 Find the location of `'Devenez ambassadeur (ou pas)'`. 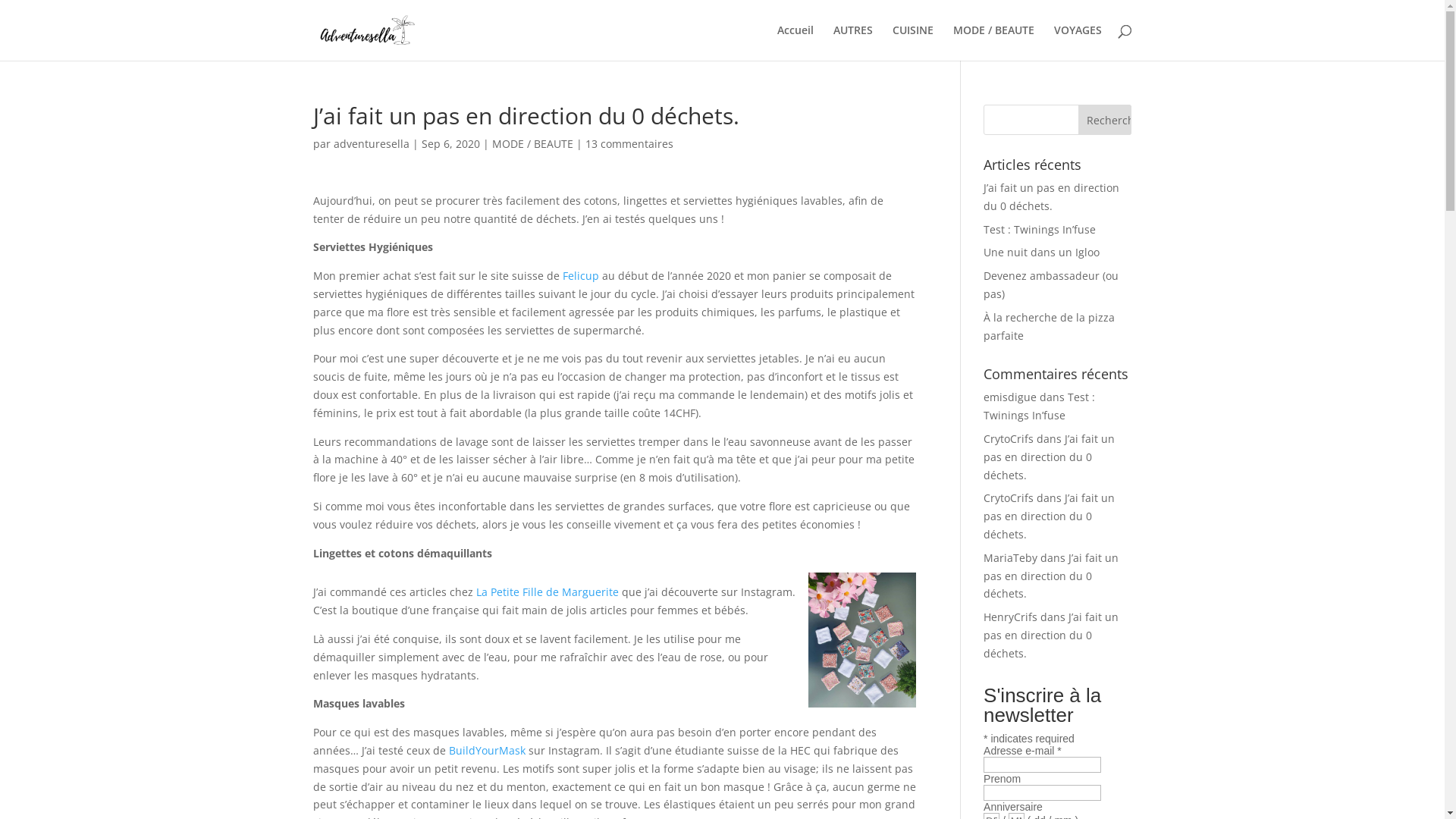

'Devenez ambassadeur (ou pas)' is located at coordinates (1050, 284).